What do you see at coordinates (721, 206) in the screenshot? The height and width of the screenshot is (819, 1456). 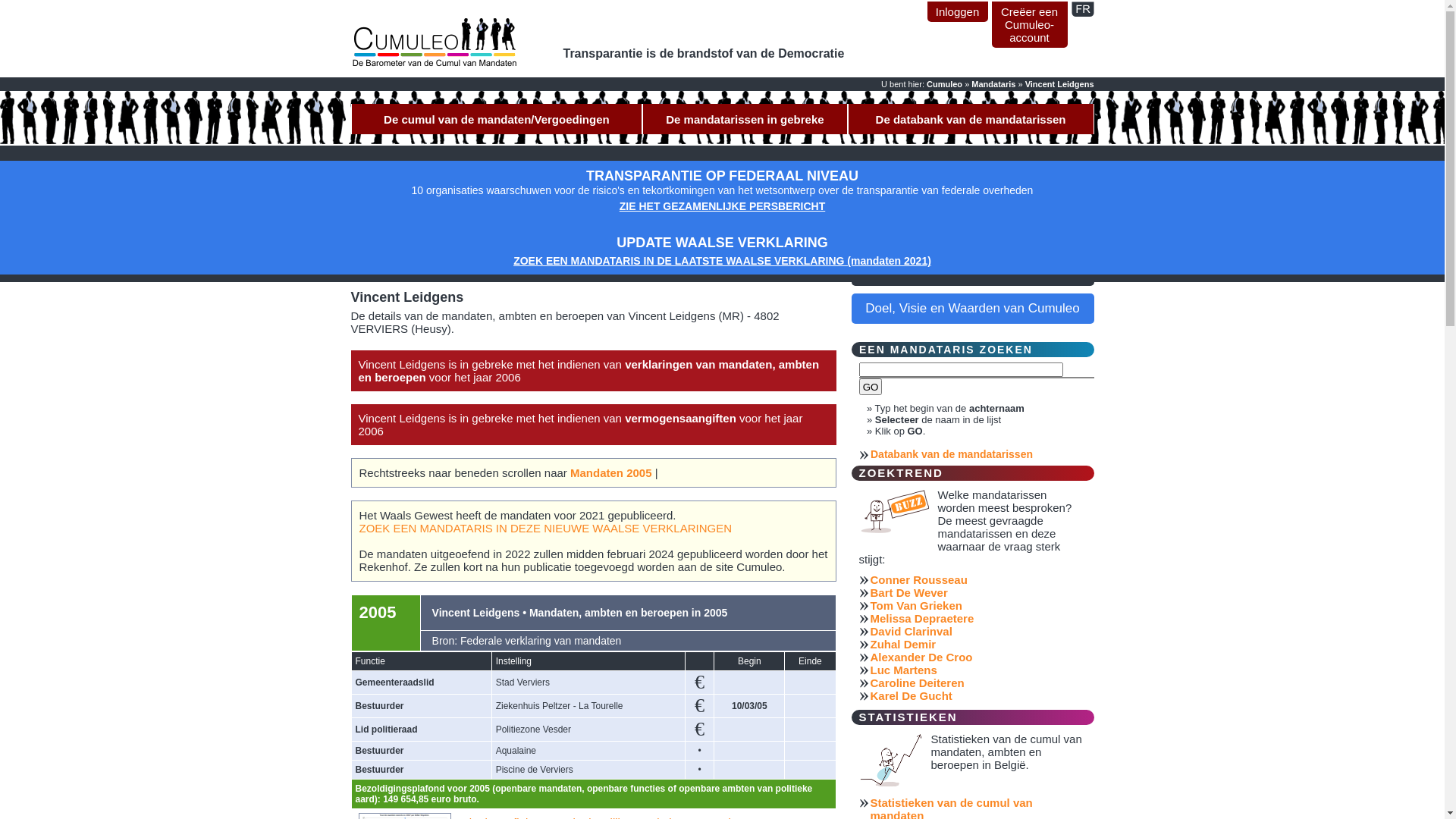 I see `'ZIE HET GEZAMENLIJKE PERSBERICHT'` at bounding box center [721, 206].